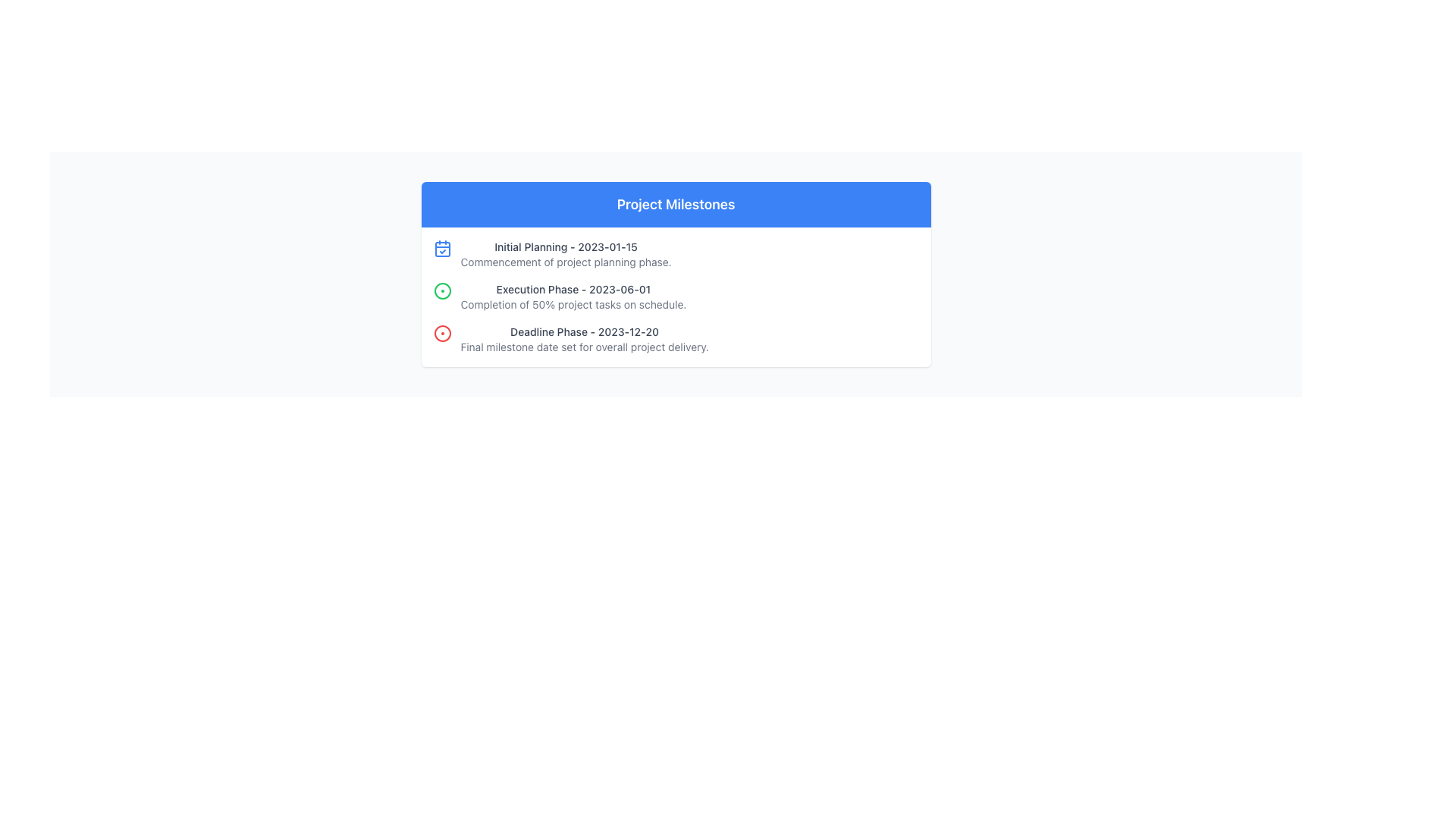  I want to click on the text block displaying 'Execution Phase - 2023-06-01' and 'Completion of 50% project tasks on schedule' in the 'Project Milestones' card, so click(573, 297).